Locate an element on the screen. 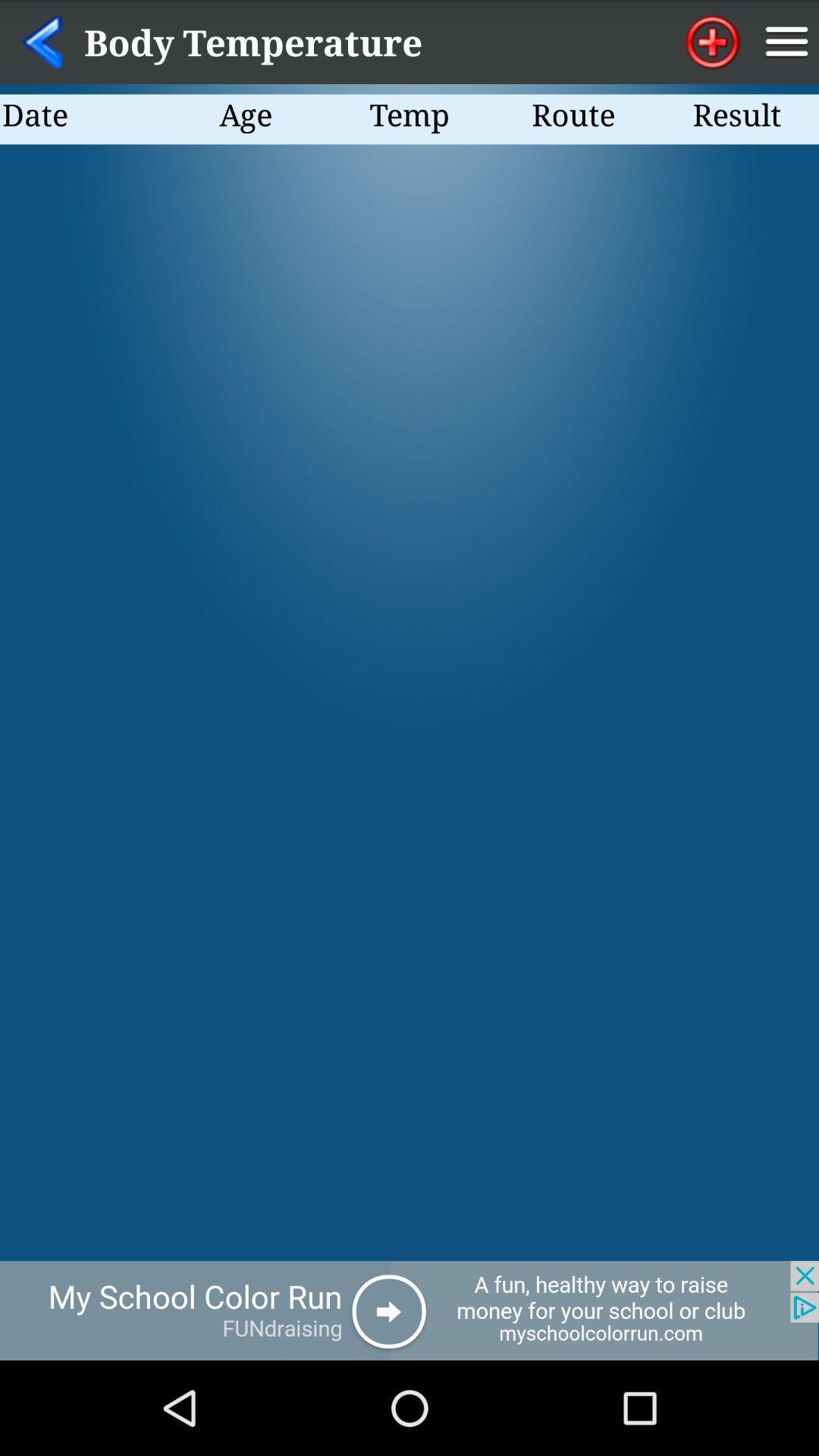  go back is located at coordinates (41, 42).